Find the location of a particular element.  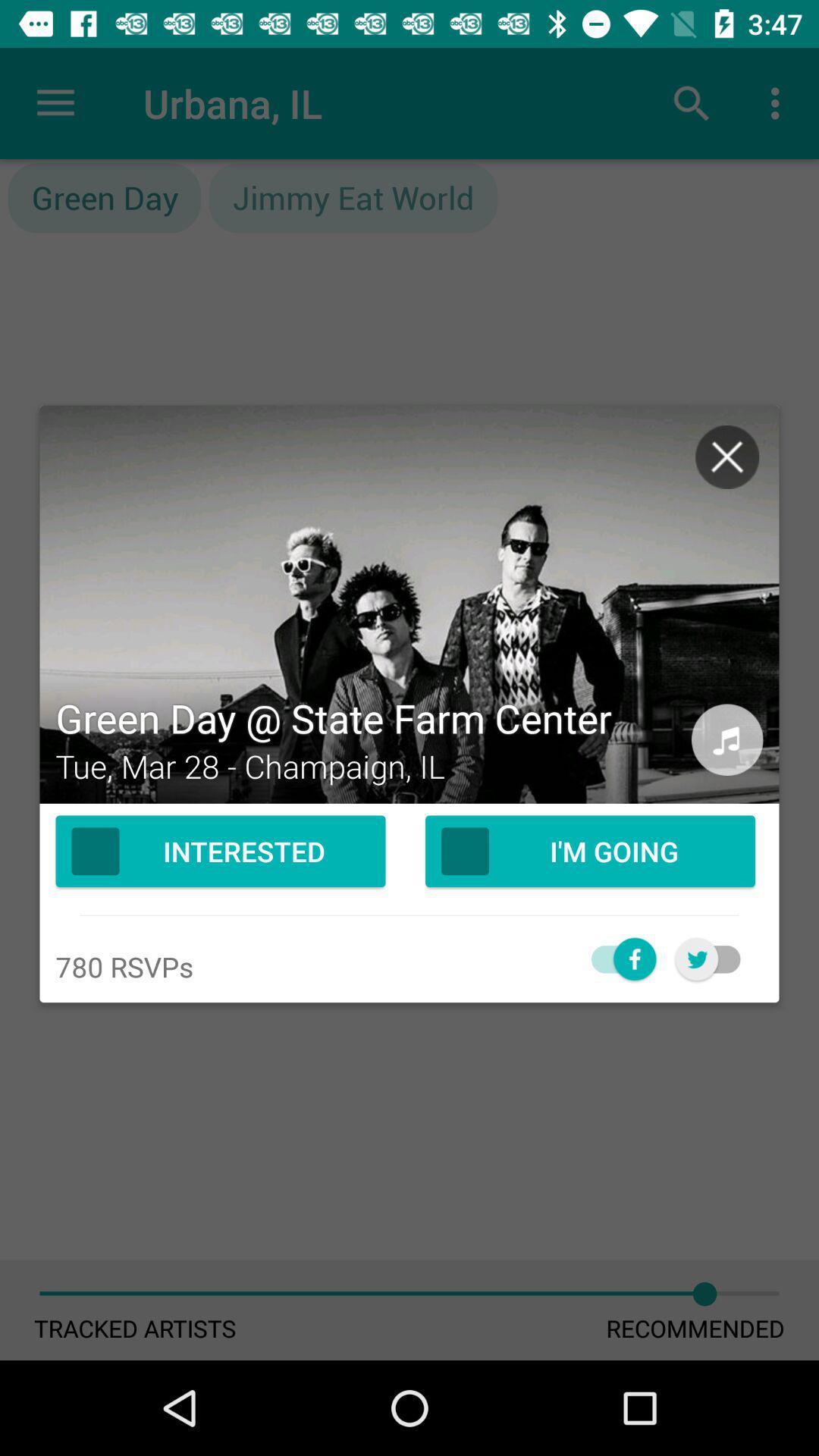

facebook is on is located at coordinates (615, 958).